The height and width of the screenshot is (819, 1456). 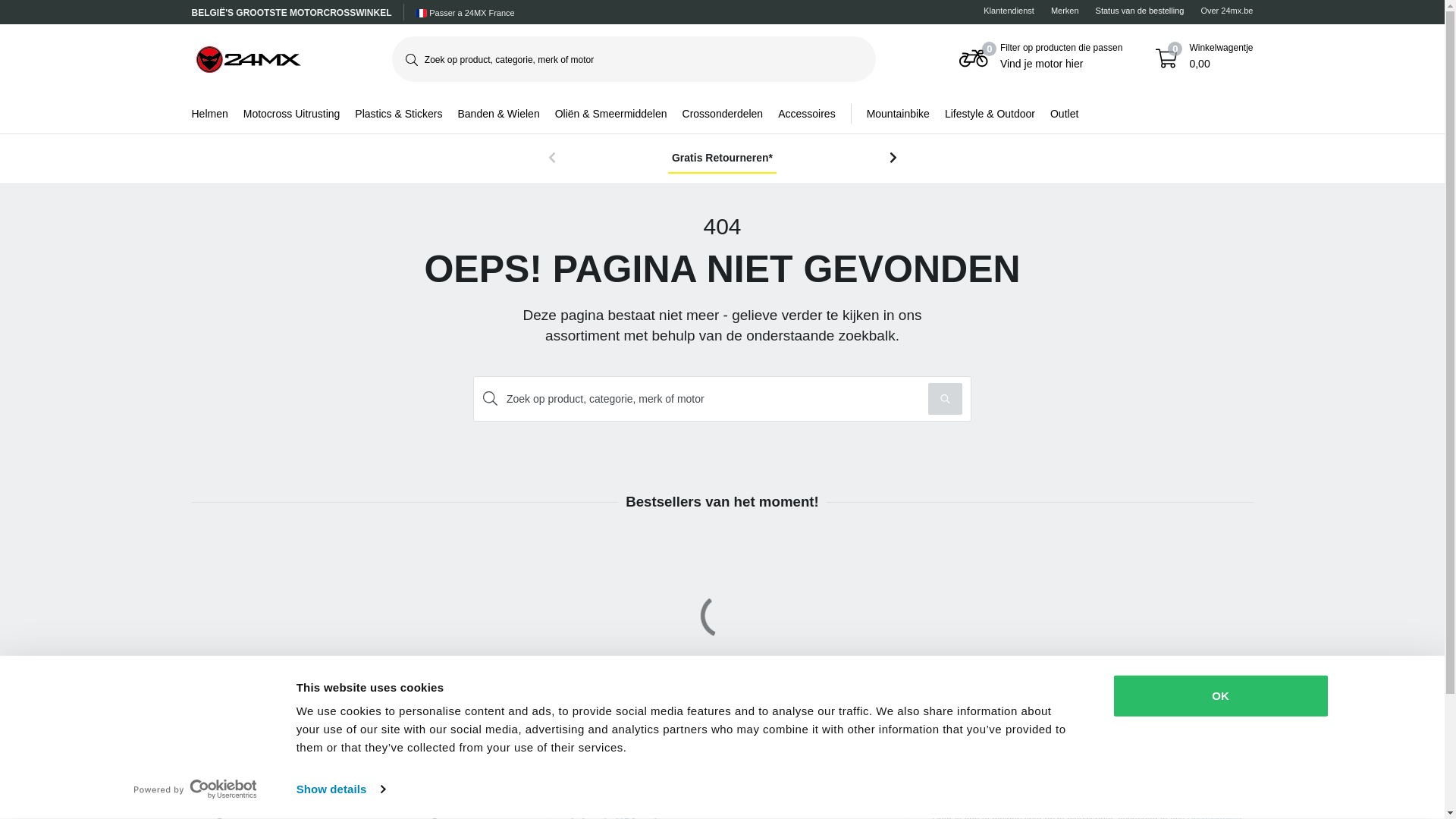 I want to click on 'Status van de bestelling', so click(x=1140, y=11).